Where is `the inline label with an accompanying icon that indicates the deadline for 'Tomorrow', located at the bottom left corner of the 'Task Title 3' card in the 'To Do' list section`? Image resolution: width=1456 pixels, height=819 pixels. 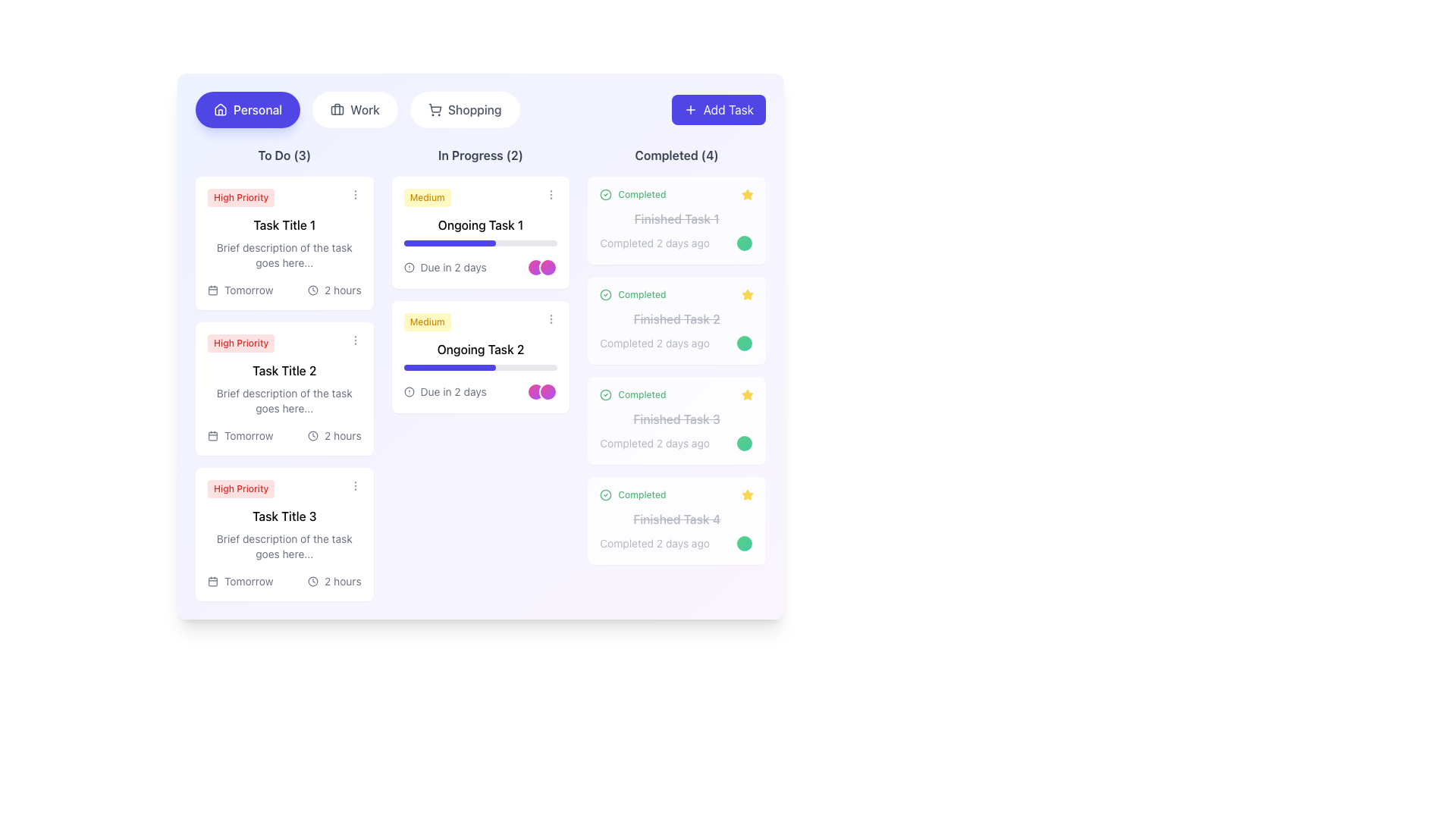
the inline label with an accompanying icon that indicates the deadline for 'Tomorrow', located at the bottom left corner of the 'Task Title 3' card in the 'To Do' list section is located at coordinates (240, 581).